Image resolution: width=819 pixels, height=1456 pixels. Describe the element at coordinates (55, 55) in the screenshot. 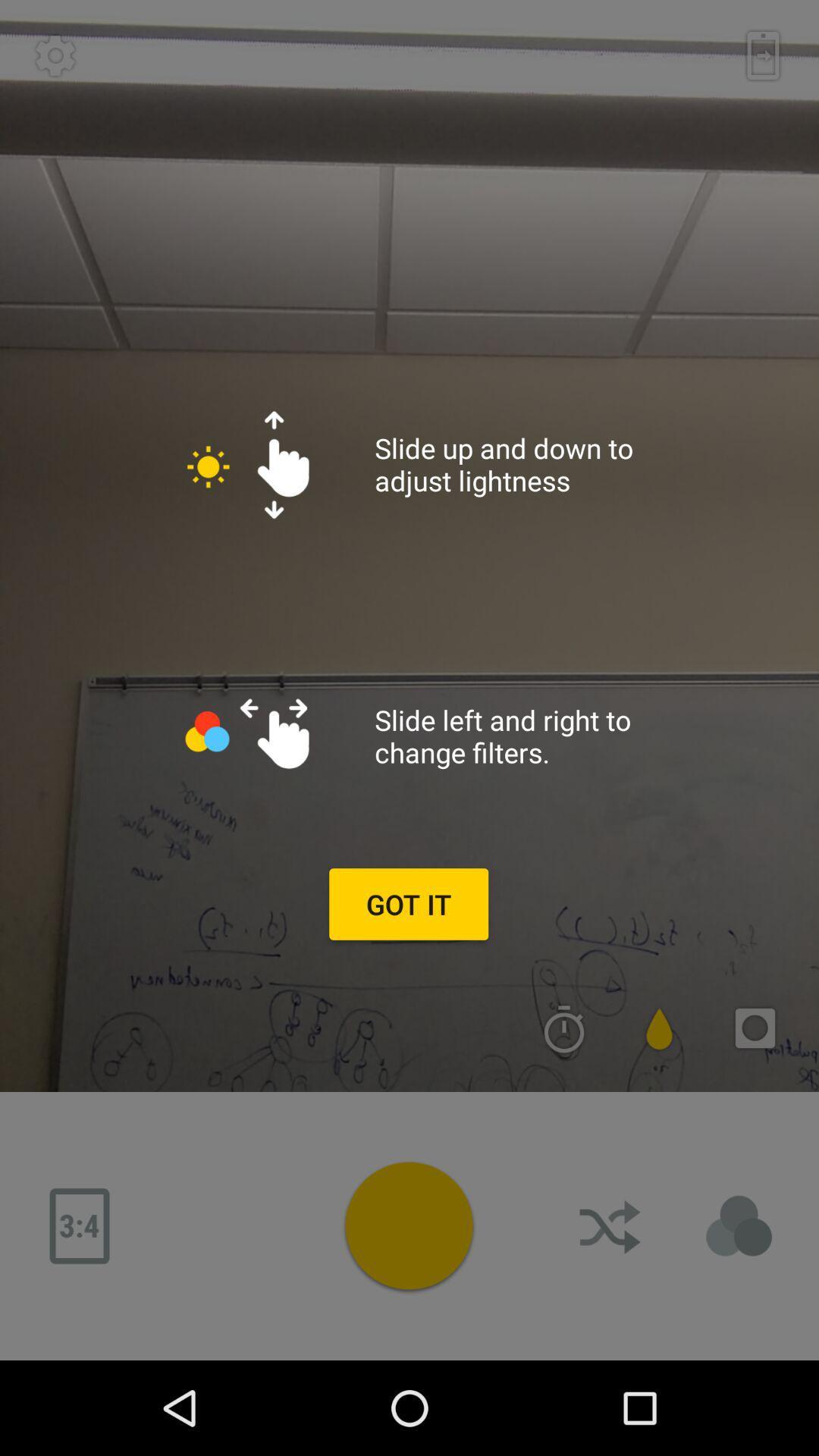

I see `open settings menu` at that location.